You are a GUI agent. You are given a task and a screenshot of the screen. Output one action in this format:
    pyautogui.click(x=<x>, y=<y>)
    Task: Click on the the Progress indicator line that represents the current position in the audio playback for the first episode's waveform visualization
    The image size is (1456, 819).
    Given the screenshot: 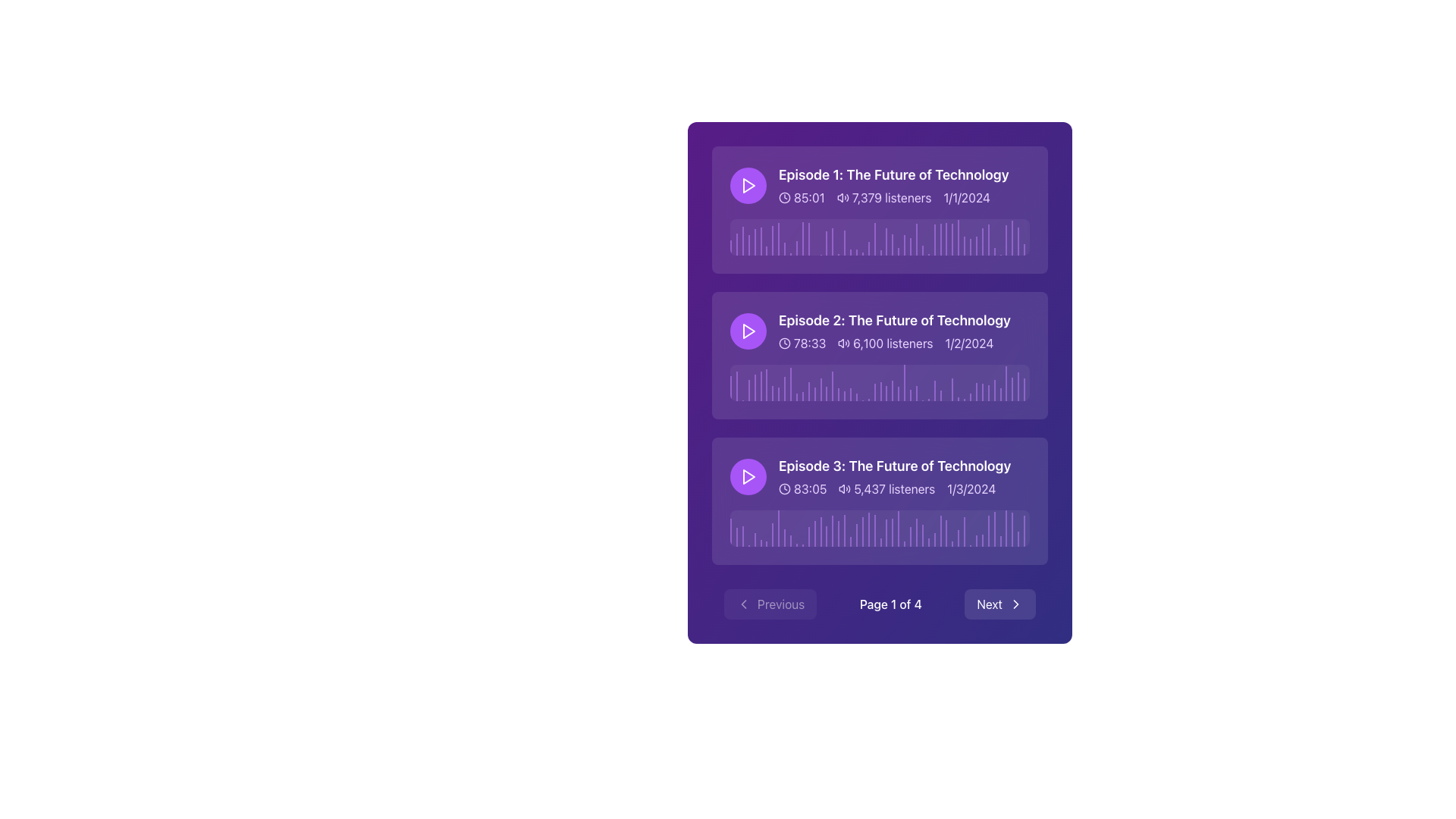 What is the action you would take?
    pyautogui.click(x=844, y=242)
    